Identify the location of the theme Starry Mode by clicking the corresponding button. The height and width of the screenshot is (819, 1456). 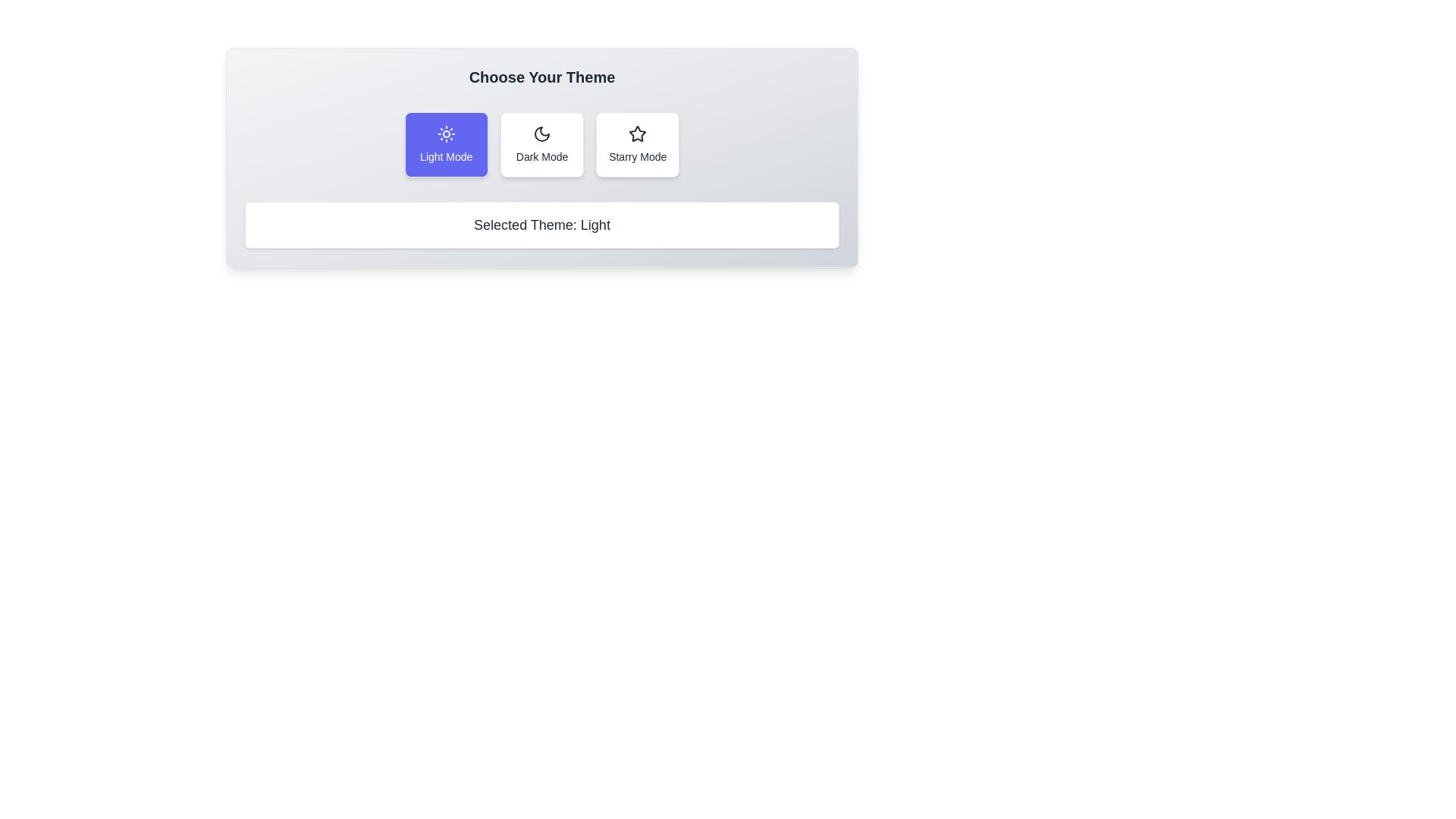
(638, 145).